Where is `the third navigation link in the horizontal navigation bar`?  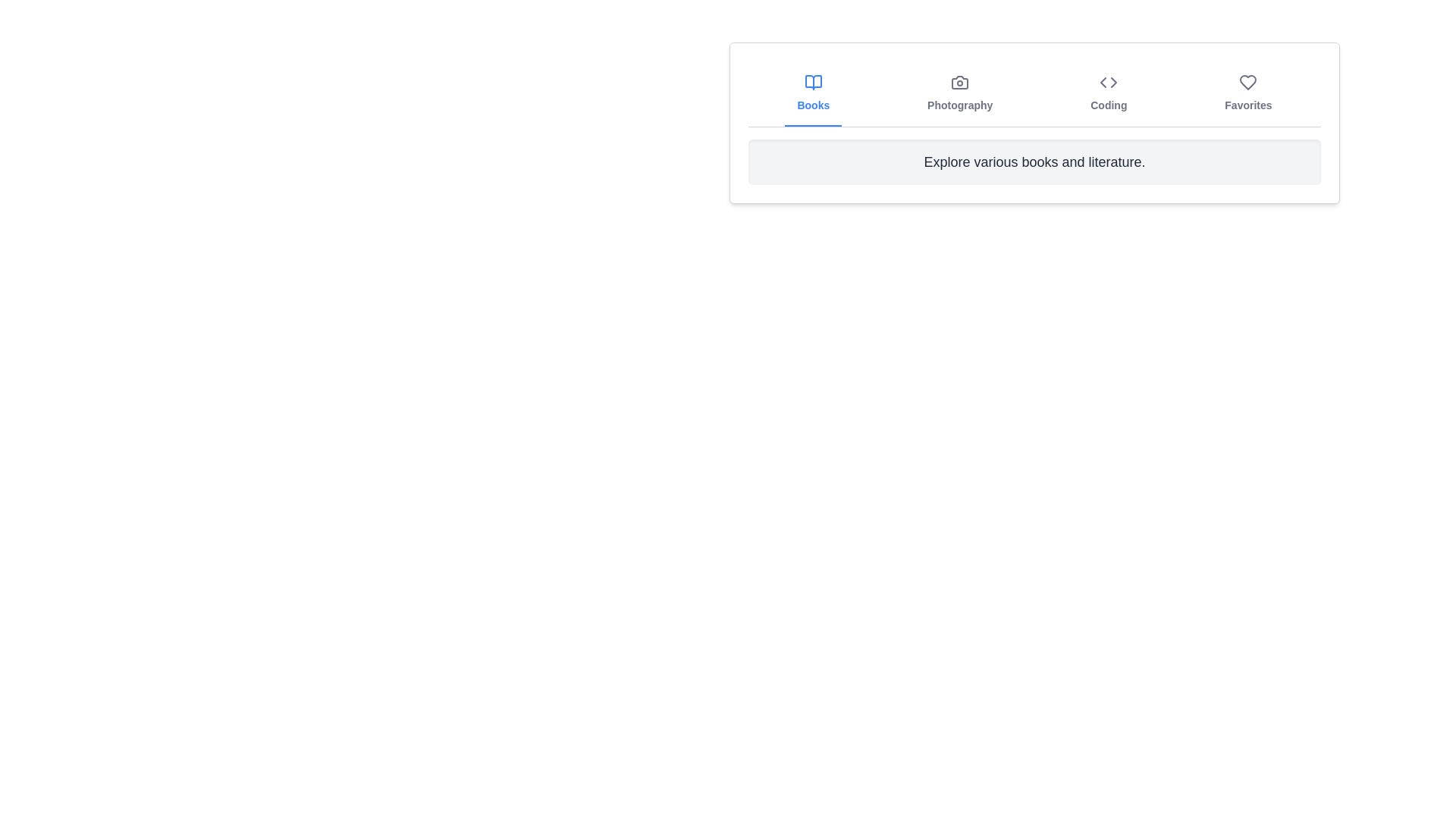
the third navigation link in the horizontal navigation bar is located at coordinates (1109, 93).